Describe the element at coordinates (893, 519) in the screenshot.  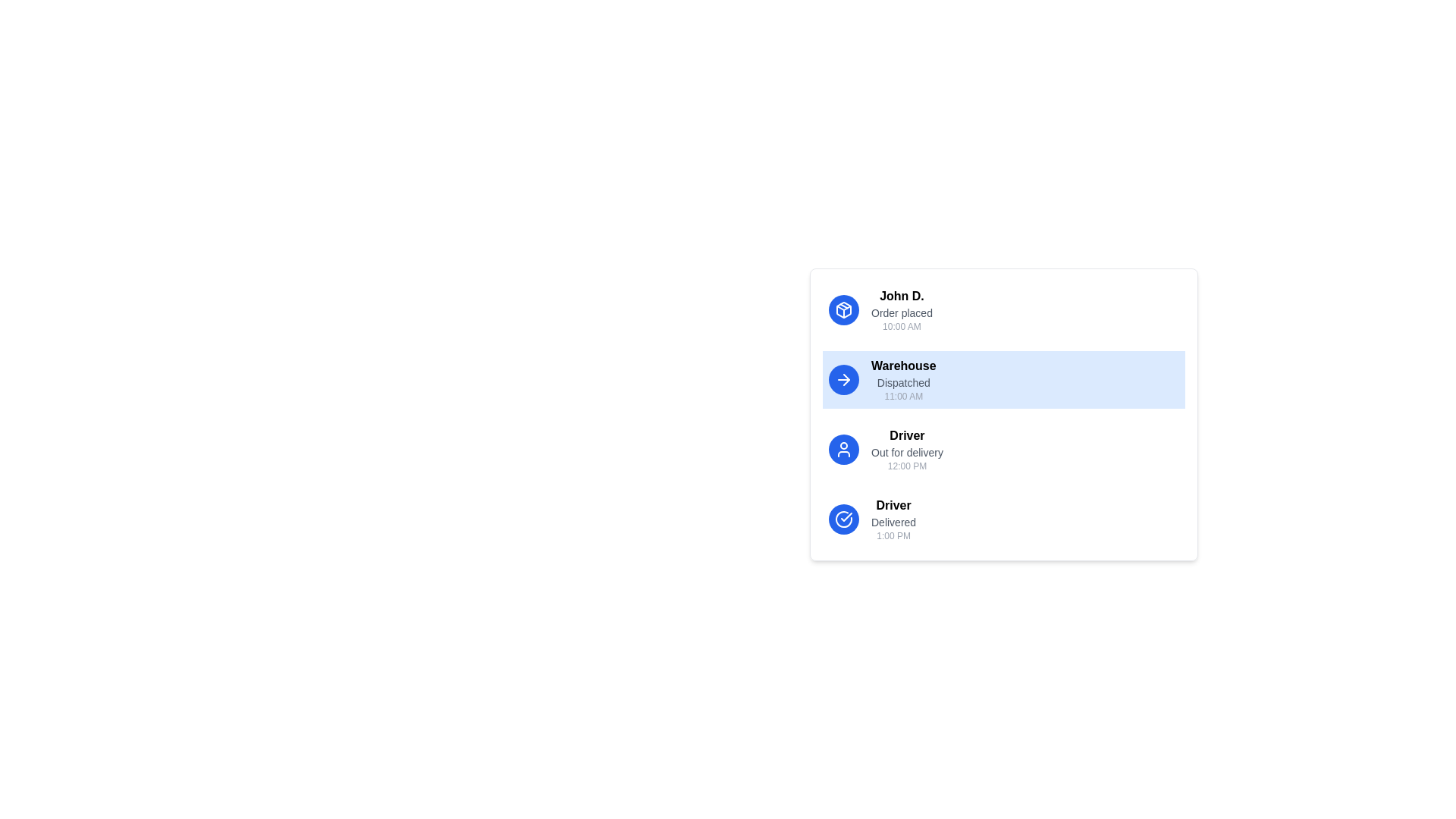
I see `the Text display component that shows 'Driver', 'Delivered', and '1:00 PM', located at the bottom entry in the timeline interface` at that location.